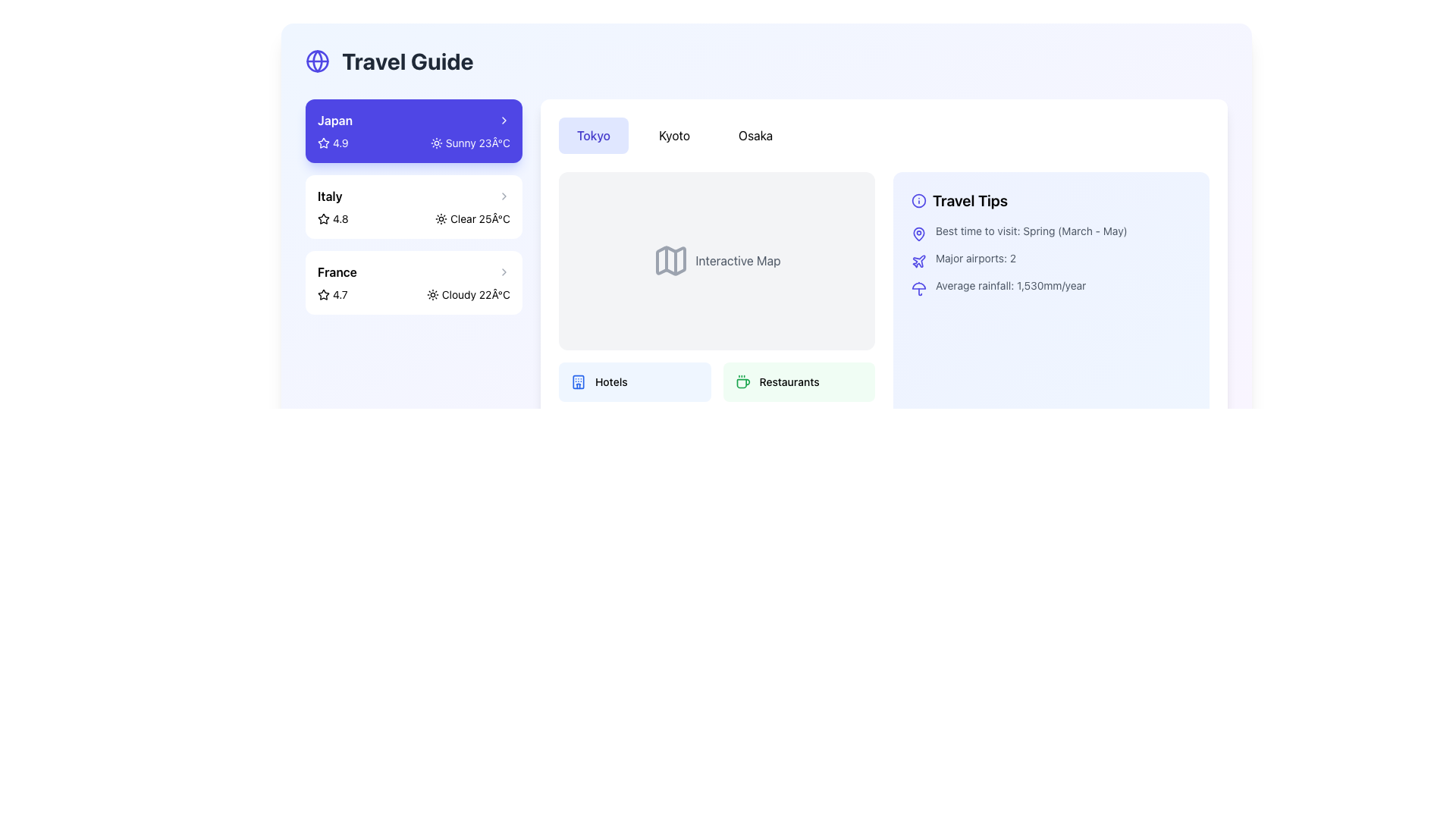 This screenshot has width=1456, height=819. I want to click on the outer circle of the globe icon located next to the 'Travel Guide' heading in the top-left section of the interface, so click(316, 61).